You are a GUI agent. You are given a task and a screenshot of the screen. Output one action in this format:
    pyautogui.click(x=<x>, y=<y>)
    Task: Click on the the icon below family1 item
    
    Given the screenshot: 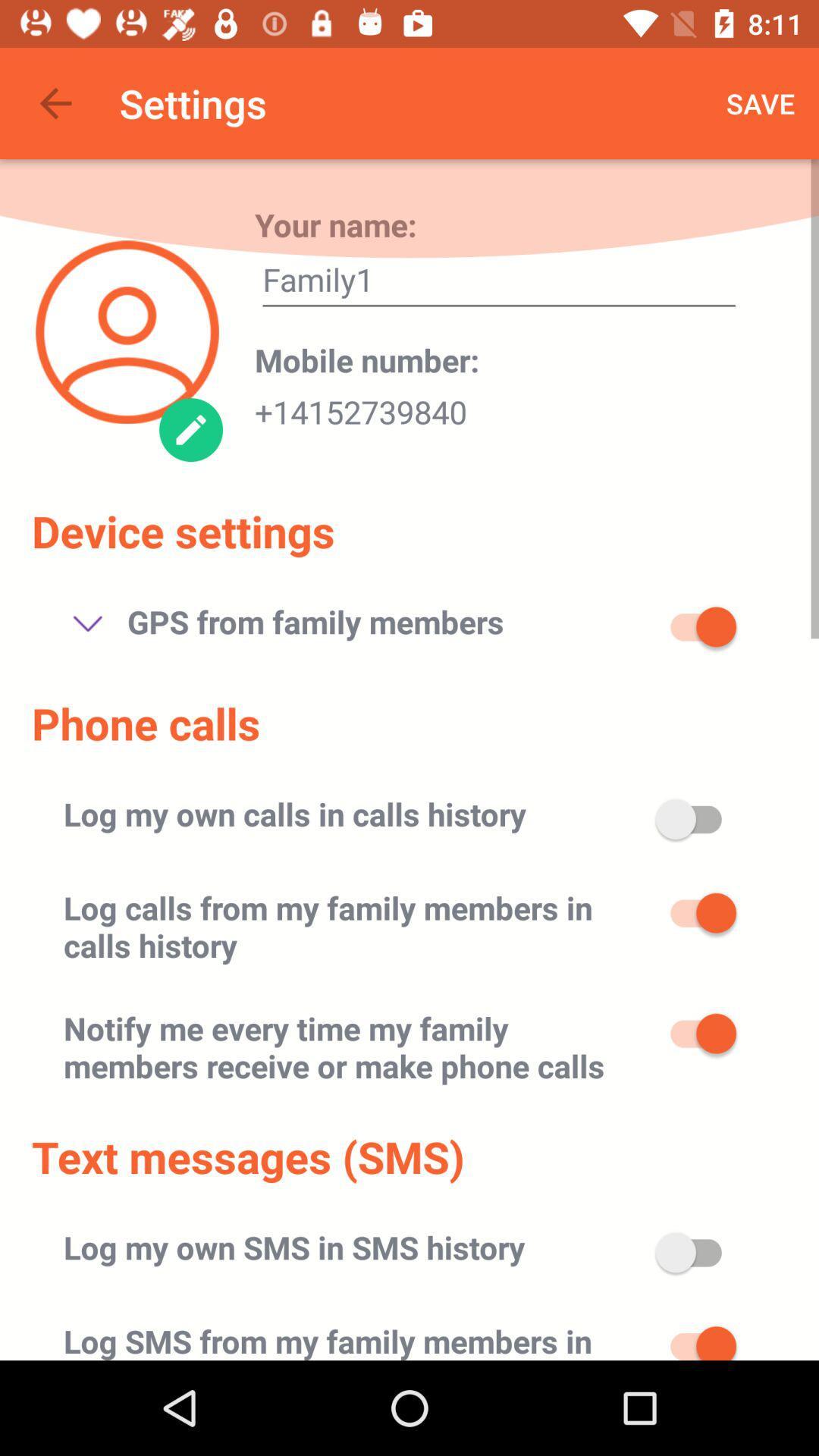 What is the action you would take?
    pyautogui.click(x=367, y=359)
    